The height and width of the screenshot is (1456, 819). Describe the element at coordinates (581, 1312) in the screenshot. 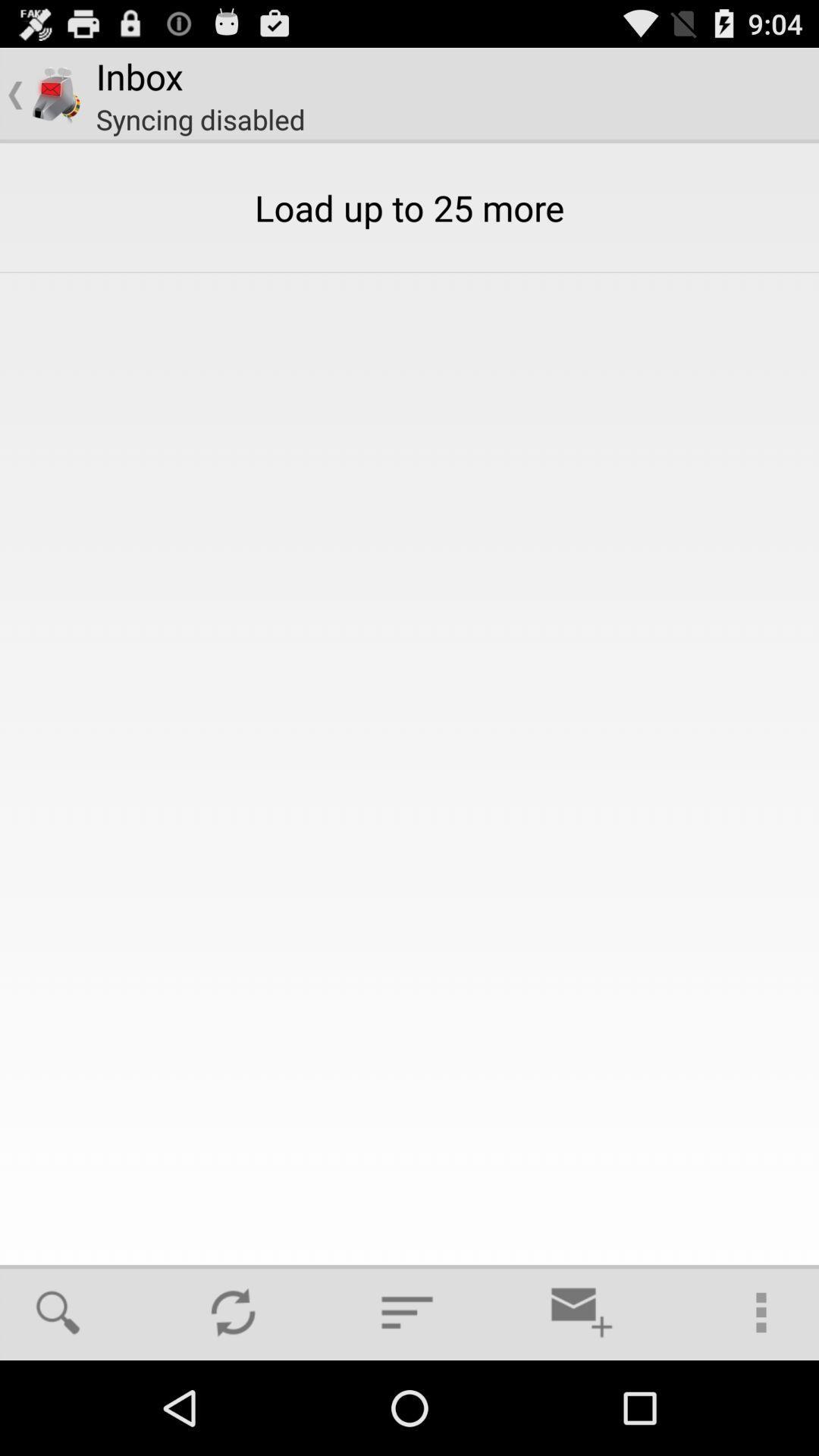

I see `item below load up to` at that location.